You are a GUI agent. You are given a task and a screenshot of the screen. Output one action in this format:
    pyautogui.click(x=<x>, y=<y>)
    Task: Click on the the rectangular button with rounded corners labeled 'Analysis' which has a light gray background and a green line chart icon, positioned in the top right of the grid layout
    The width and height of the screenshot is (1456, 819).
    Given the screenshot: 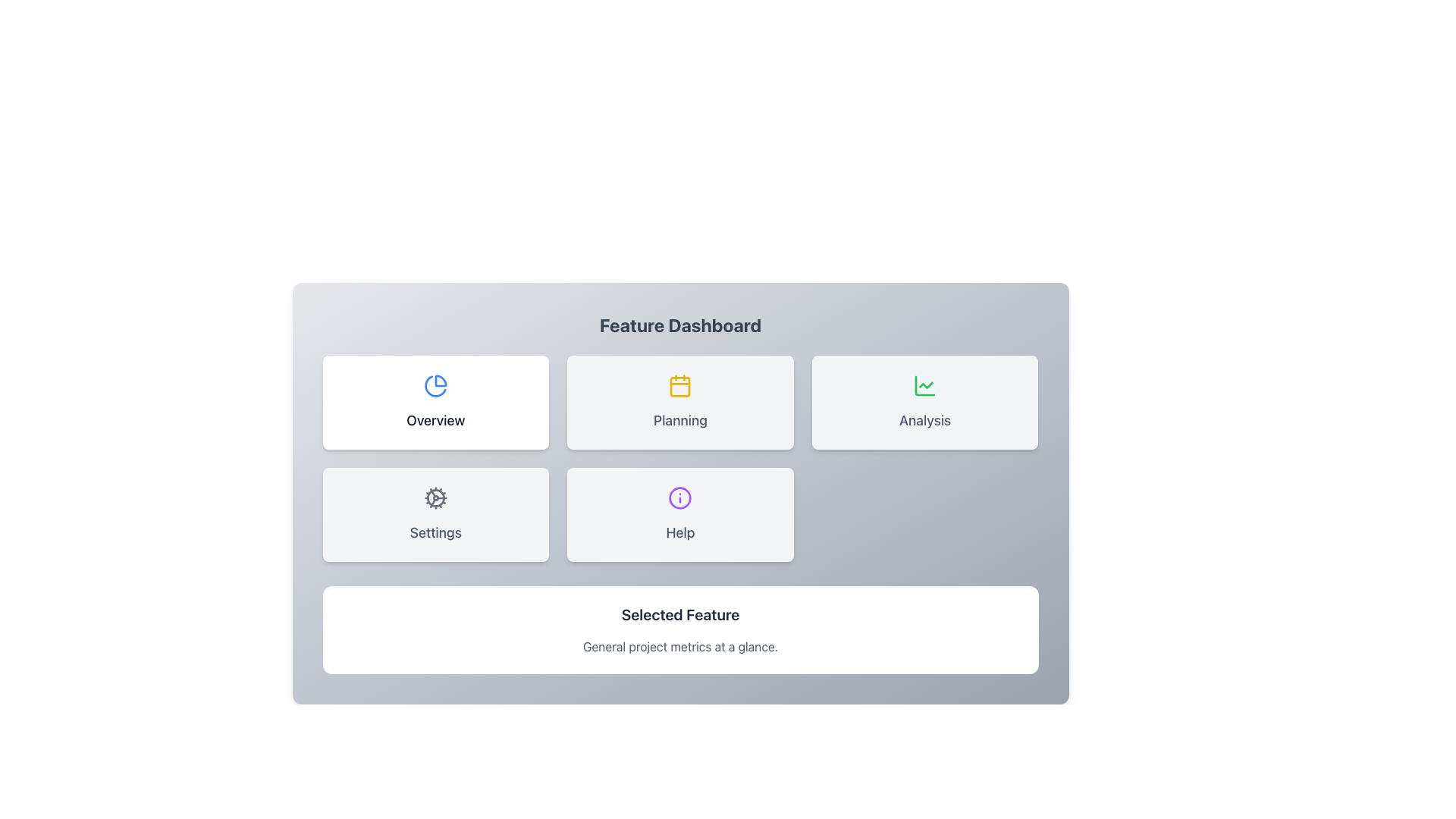 What is the action you would take?
    pyautogui.click(x=924, y=402)
    